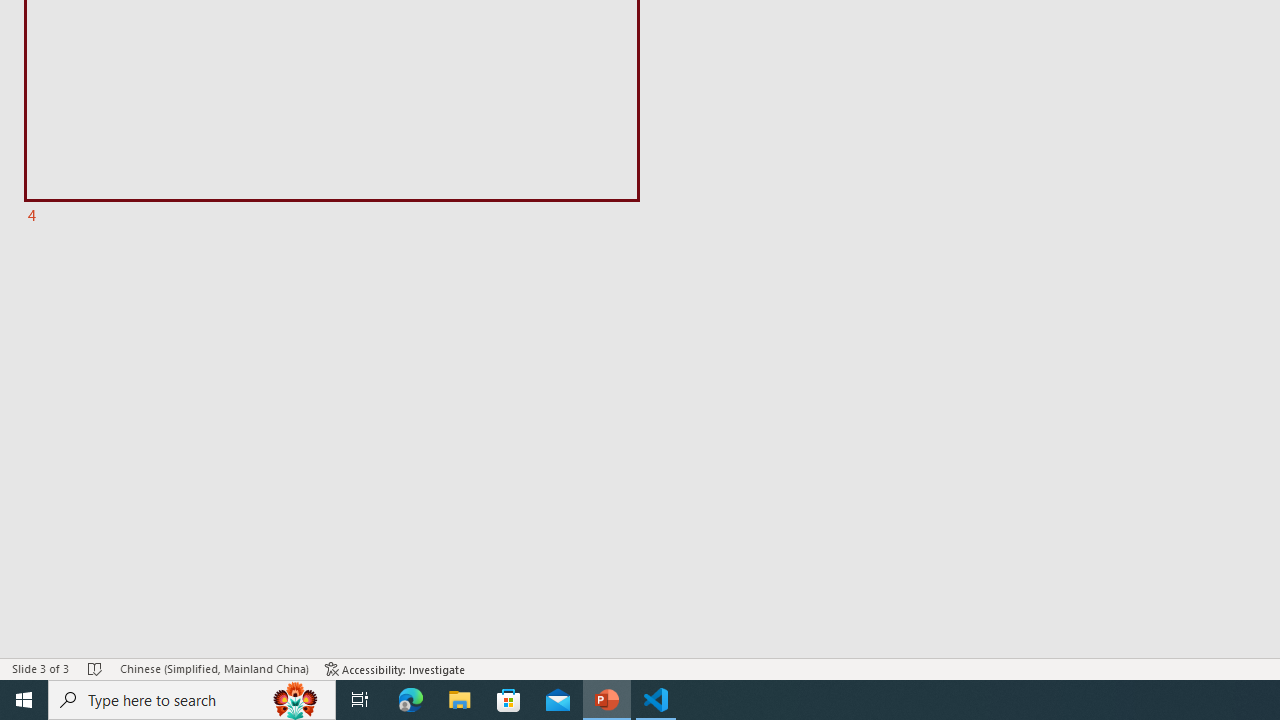 This screenshot has height=720, width=1280. I want to click on 'Accessibility Checker Accessibility: Investigate', so click(395, 669).